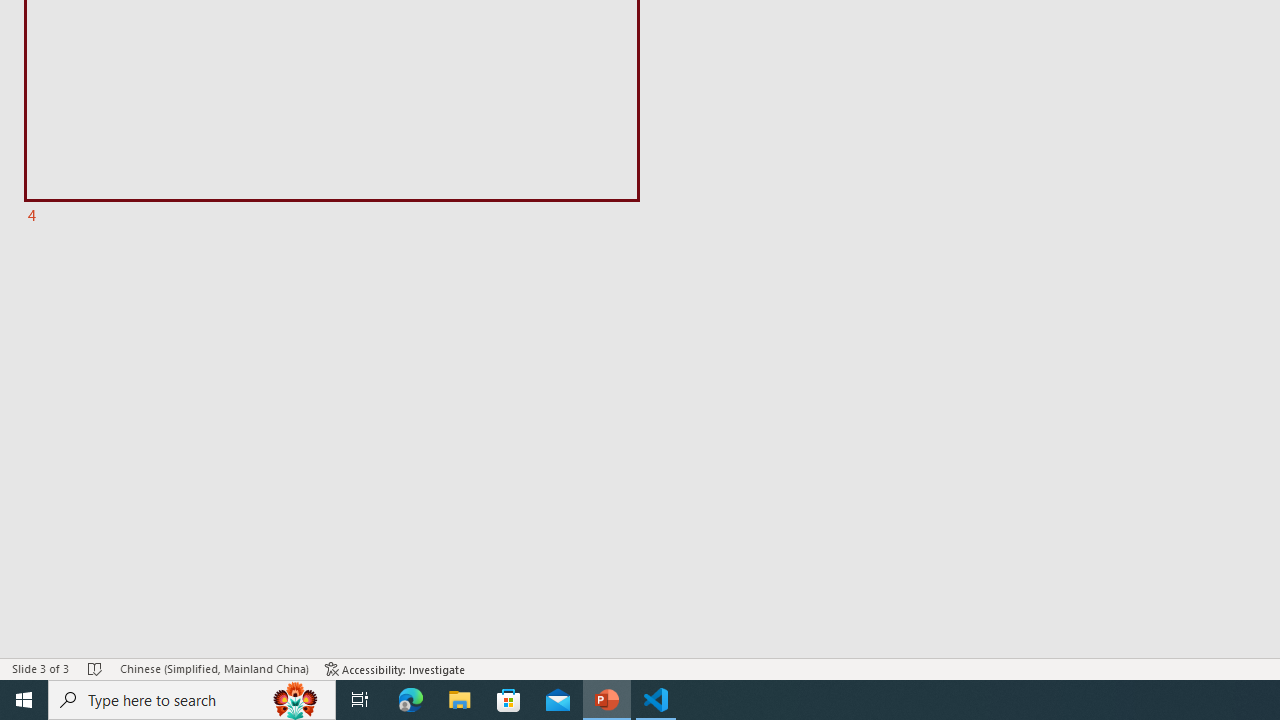 This screenshot has height=720, width=1280. I want to click on 'Accessibility Checker Accessibility: Investigate', so click(395, 669).